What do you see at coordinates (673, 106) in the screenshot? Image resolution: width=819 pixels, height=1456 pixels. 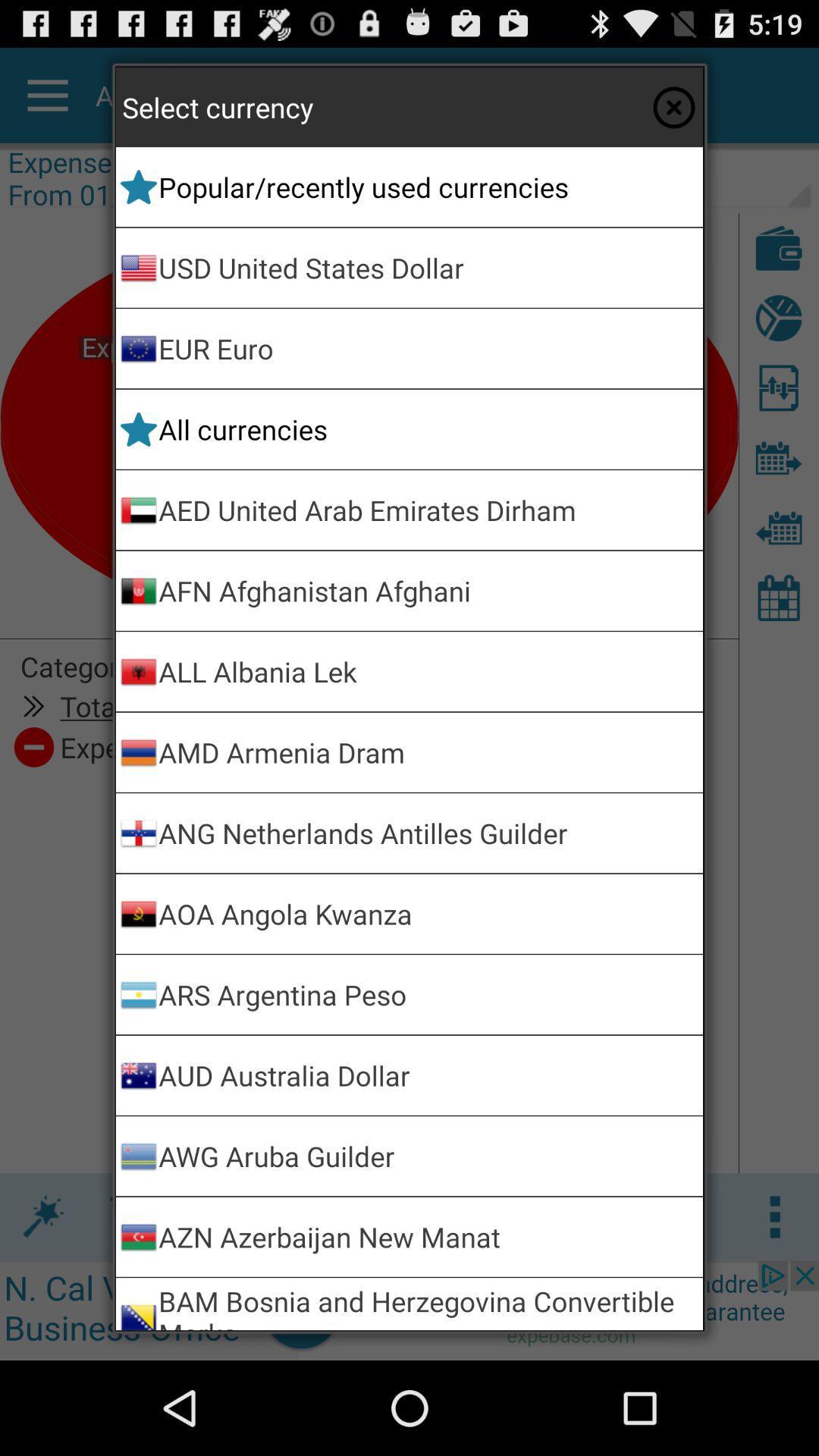 I see `the currency selector` at bounding box center [673, 106].